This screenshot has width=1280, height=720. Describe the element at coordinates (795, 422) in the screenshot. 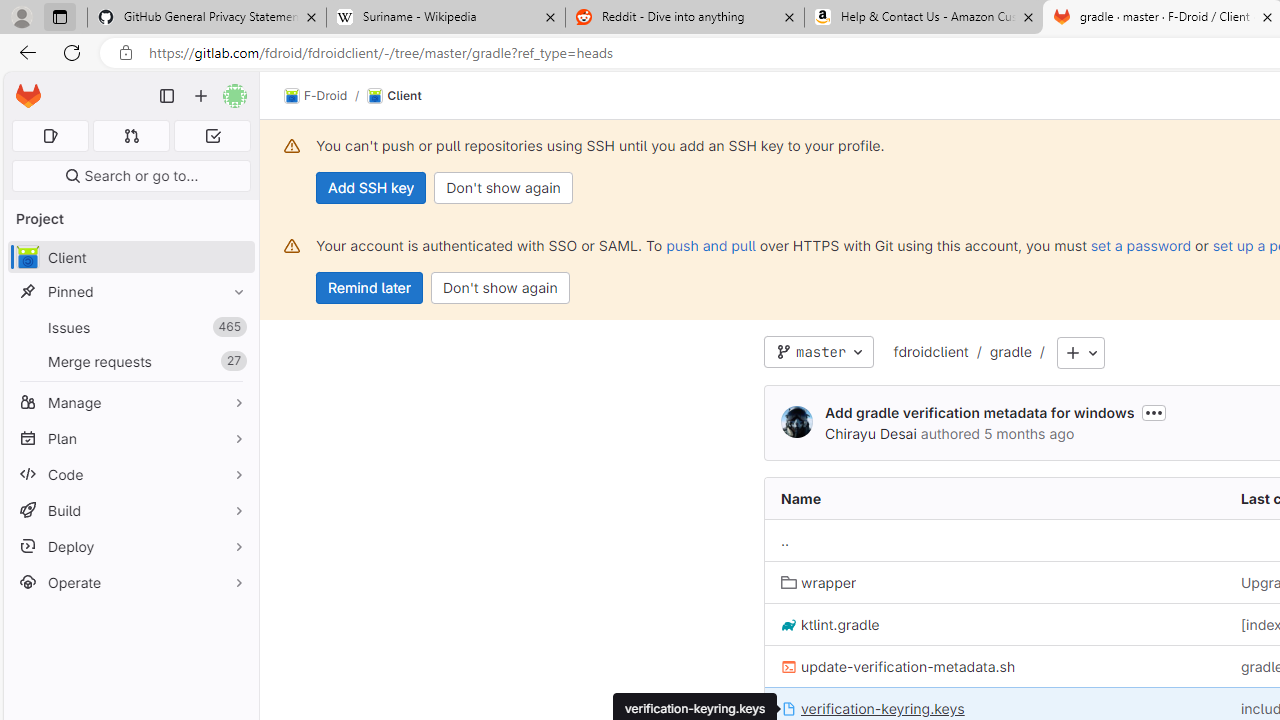

I see `'Chirayu Desai'` at that location.